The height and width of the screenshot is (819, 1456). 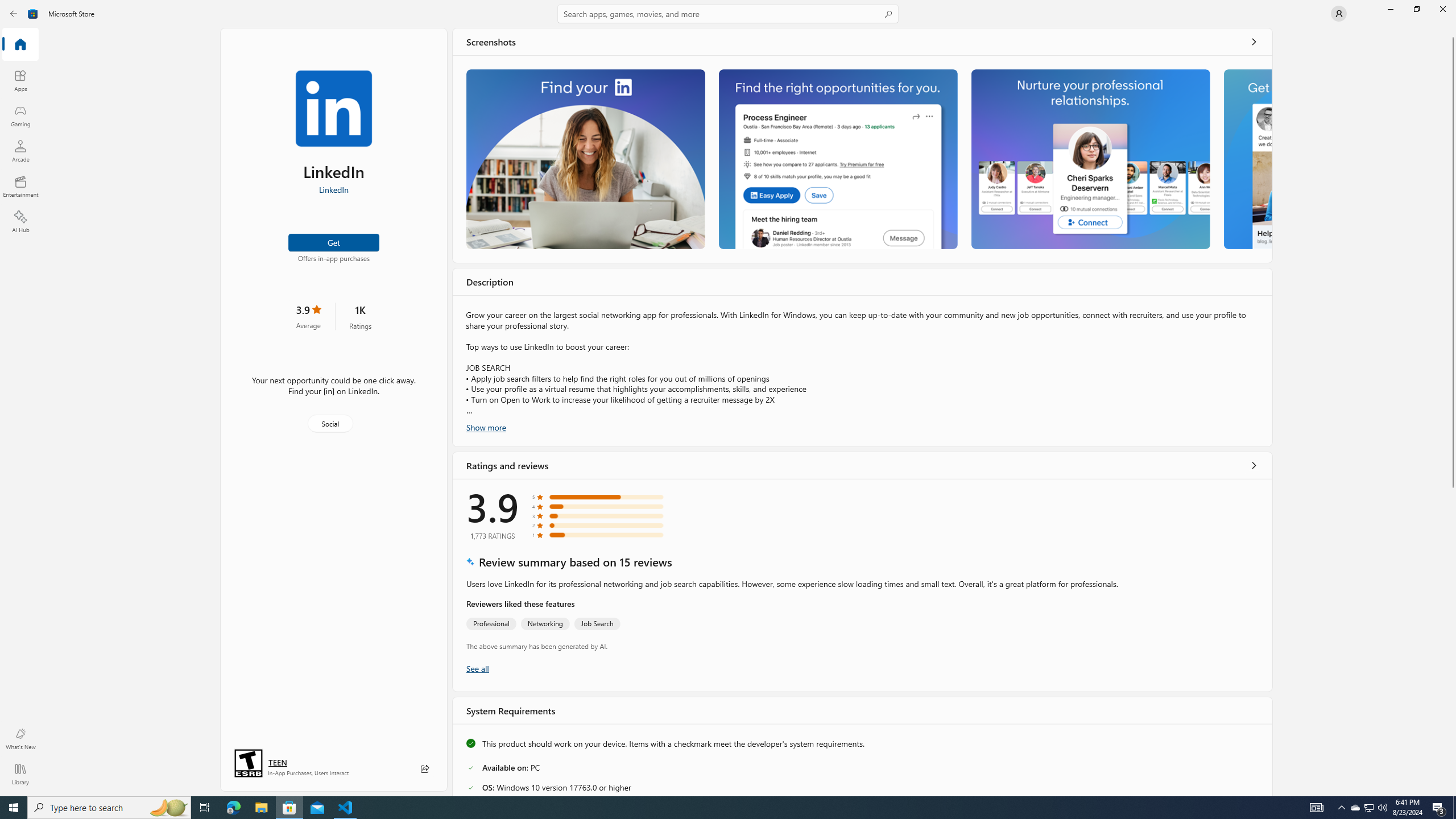 I want to click on 'Social', so click(x=329, y=423).